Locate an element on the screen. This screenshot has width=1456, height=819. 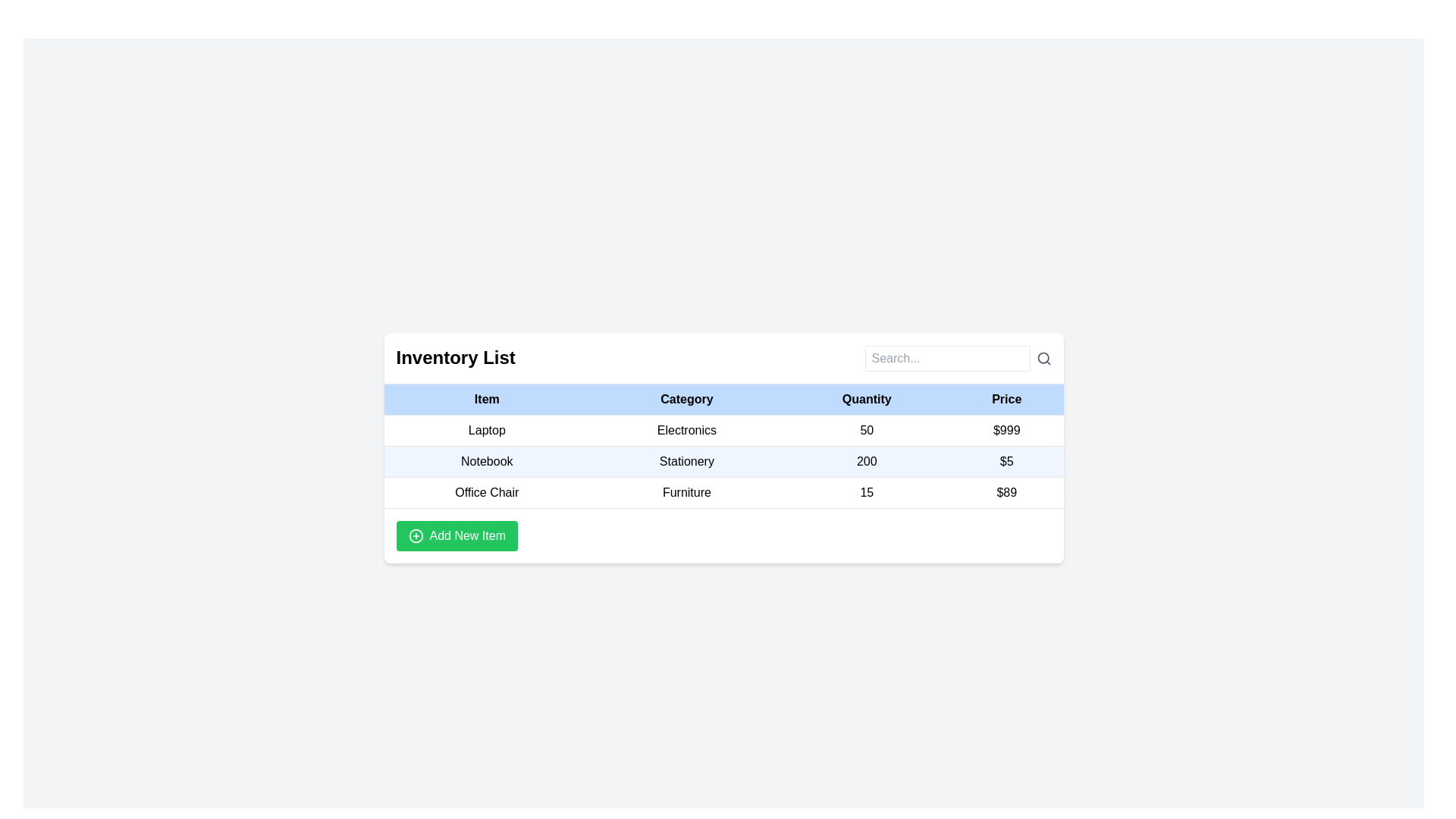
the third row of the data table containing 'Office Chair', 'Furniture', '15', and '$89' is located at coordinates (723, 492).